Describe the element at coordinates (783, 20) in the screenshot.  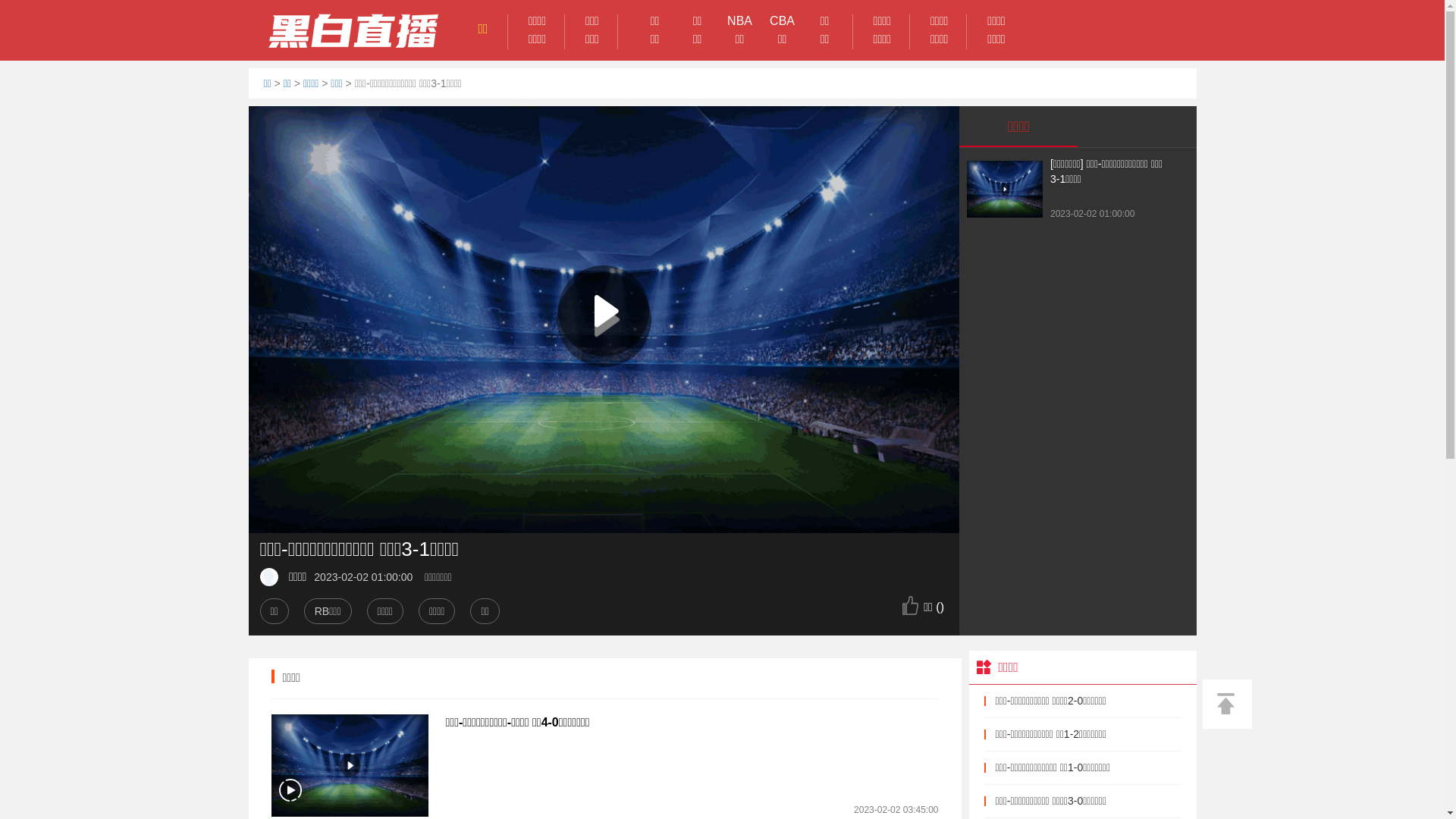
I see `'CBA'` at that location.